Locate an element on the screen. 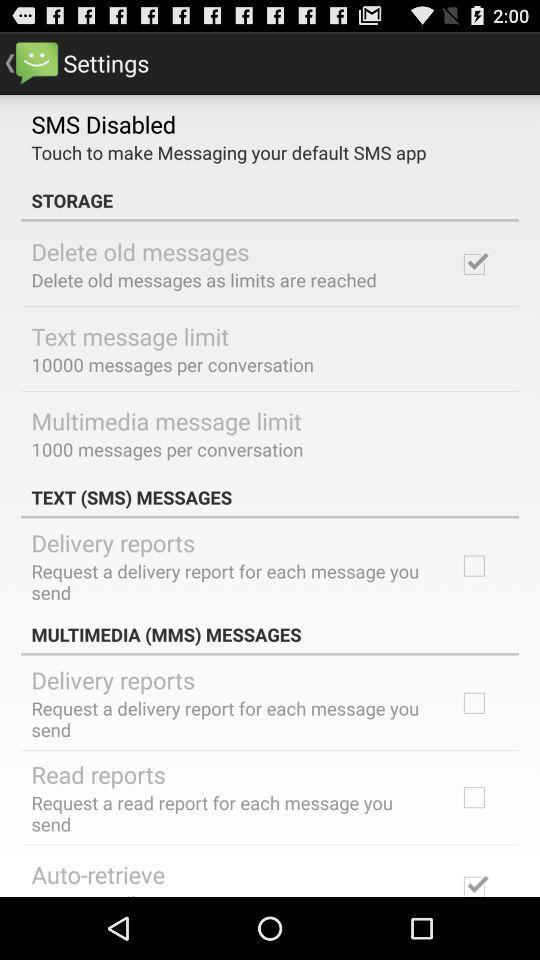 The width and height of the screenshot is (540, 960). app below sms disabled is located at coordinates (227, 151).